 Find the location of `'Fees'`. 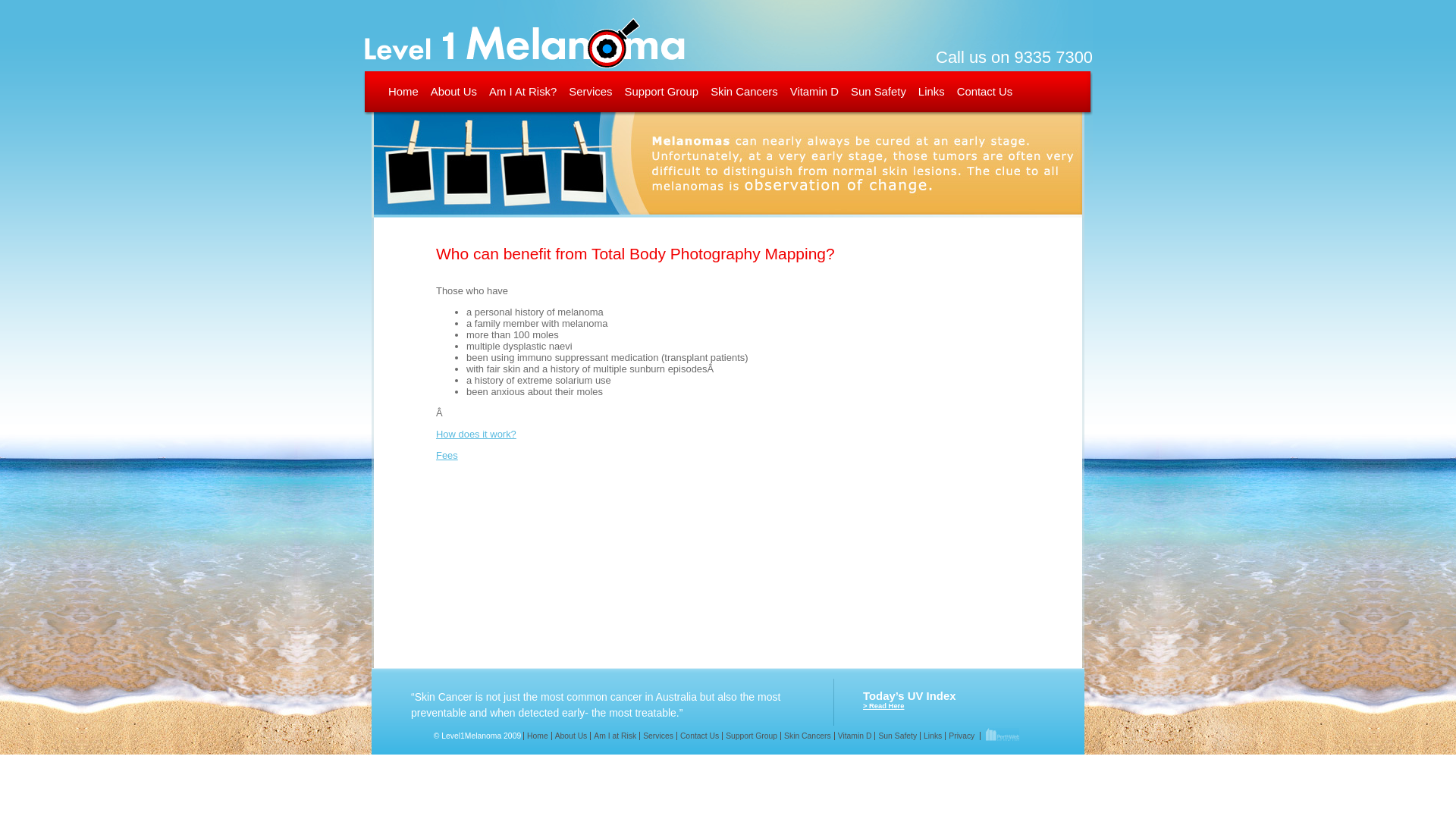

'Fees' is located at coordinates (446, 454).